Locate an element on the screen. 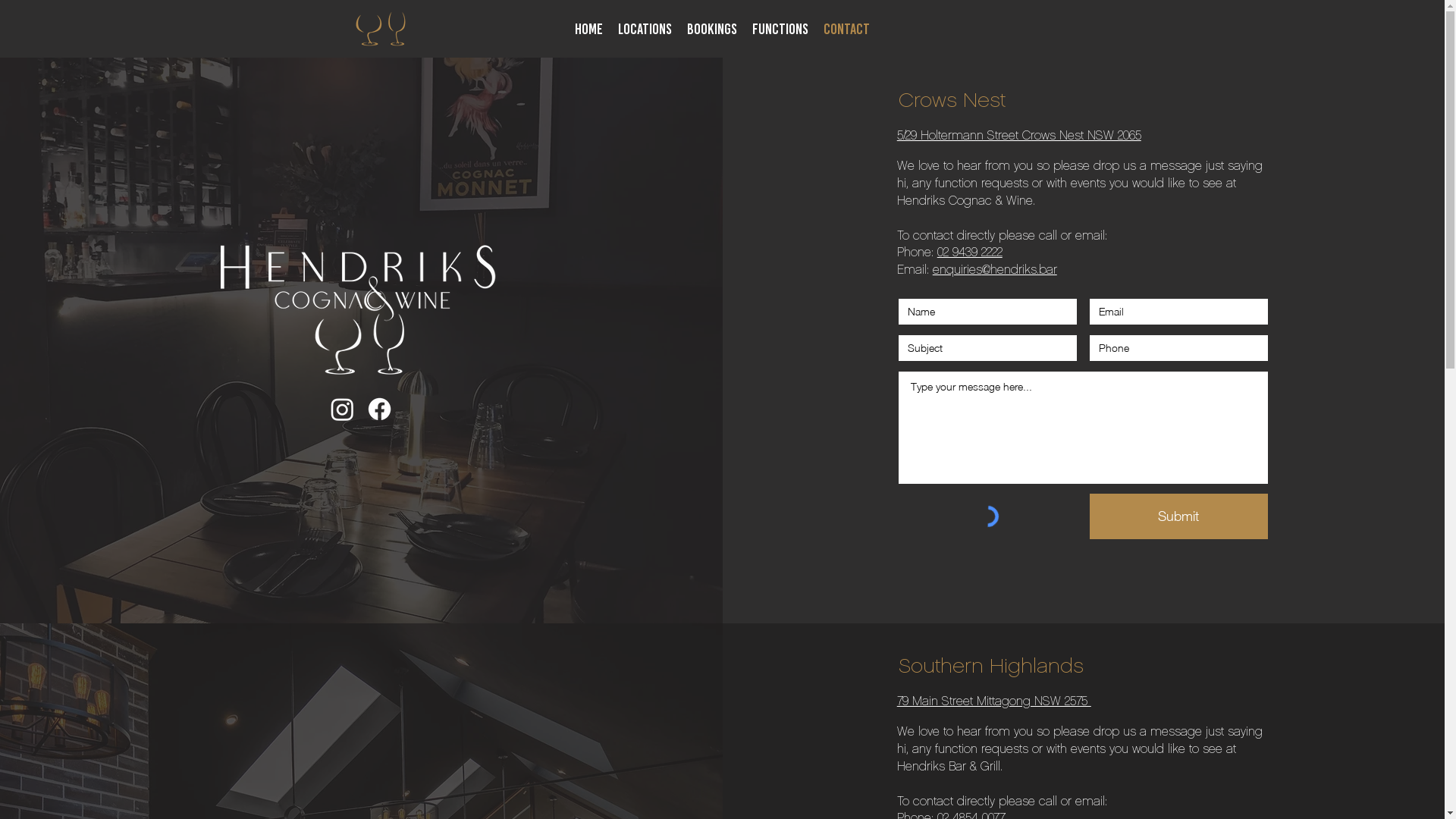 This screenshot has height=819, width=1456. 'HOME' is located at coordinates (588, 29).